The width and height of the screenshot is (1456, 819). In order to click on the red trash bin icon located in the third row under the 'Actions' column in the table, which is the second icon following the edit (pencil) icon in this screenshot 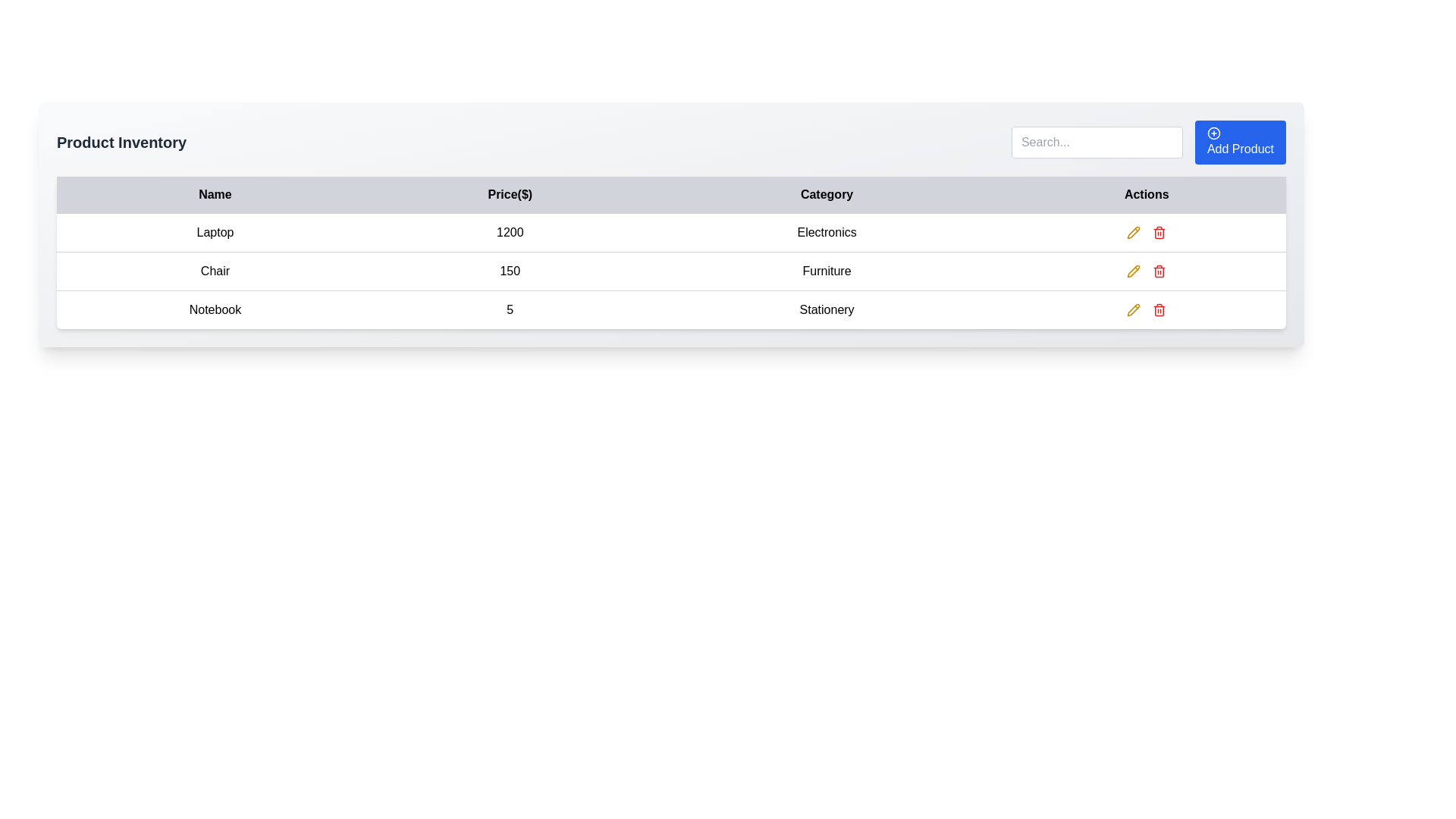, I will do `click(1159, 309)`.